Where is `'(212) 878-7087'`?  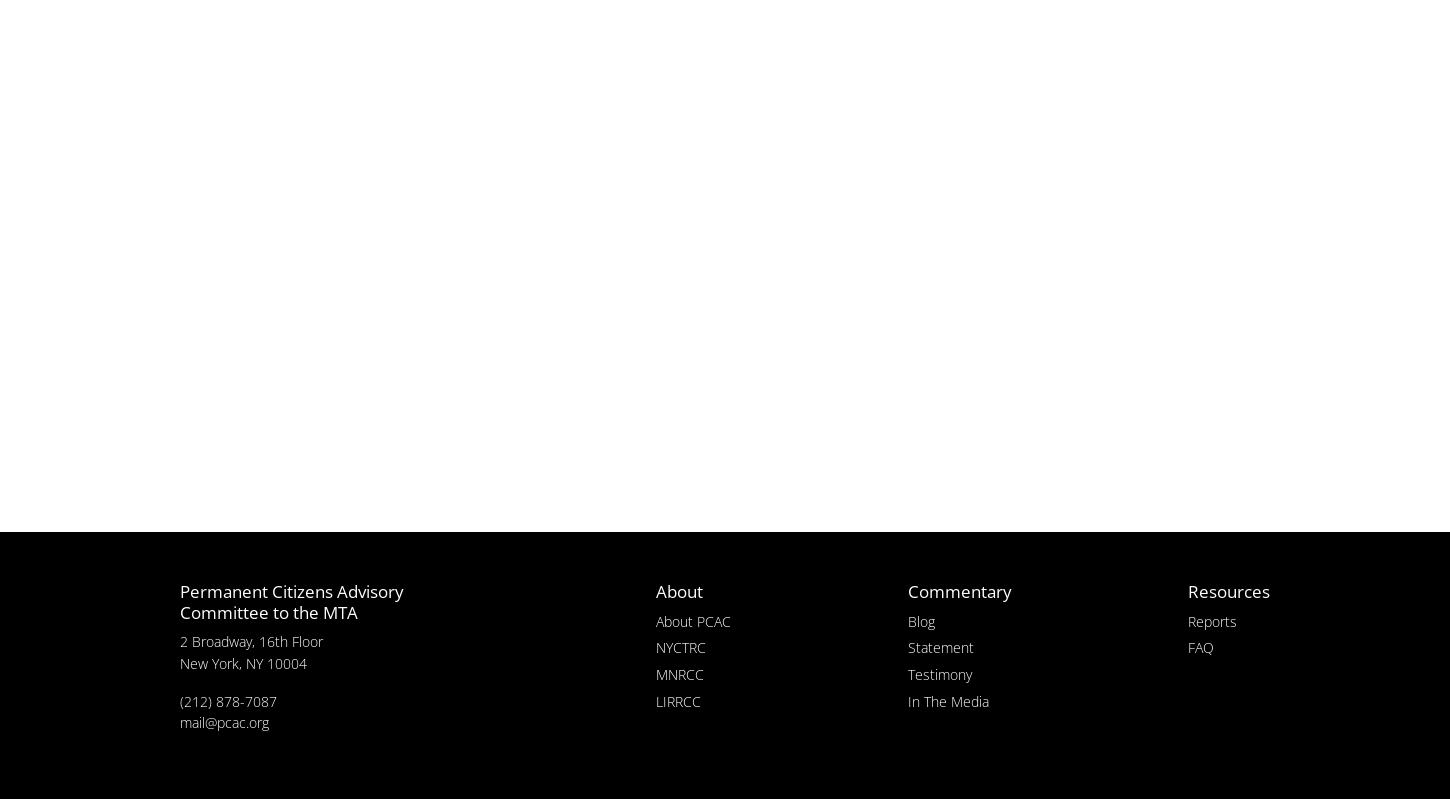
'(212) 878-7087' is located at coordinates (227, 700).